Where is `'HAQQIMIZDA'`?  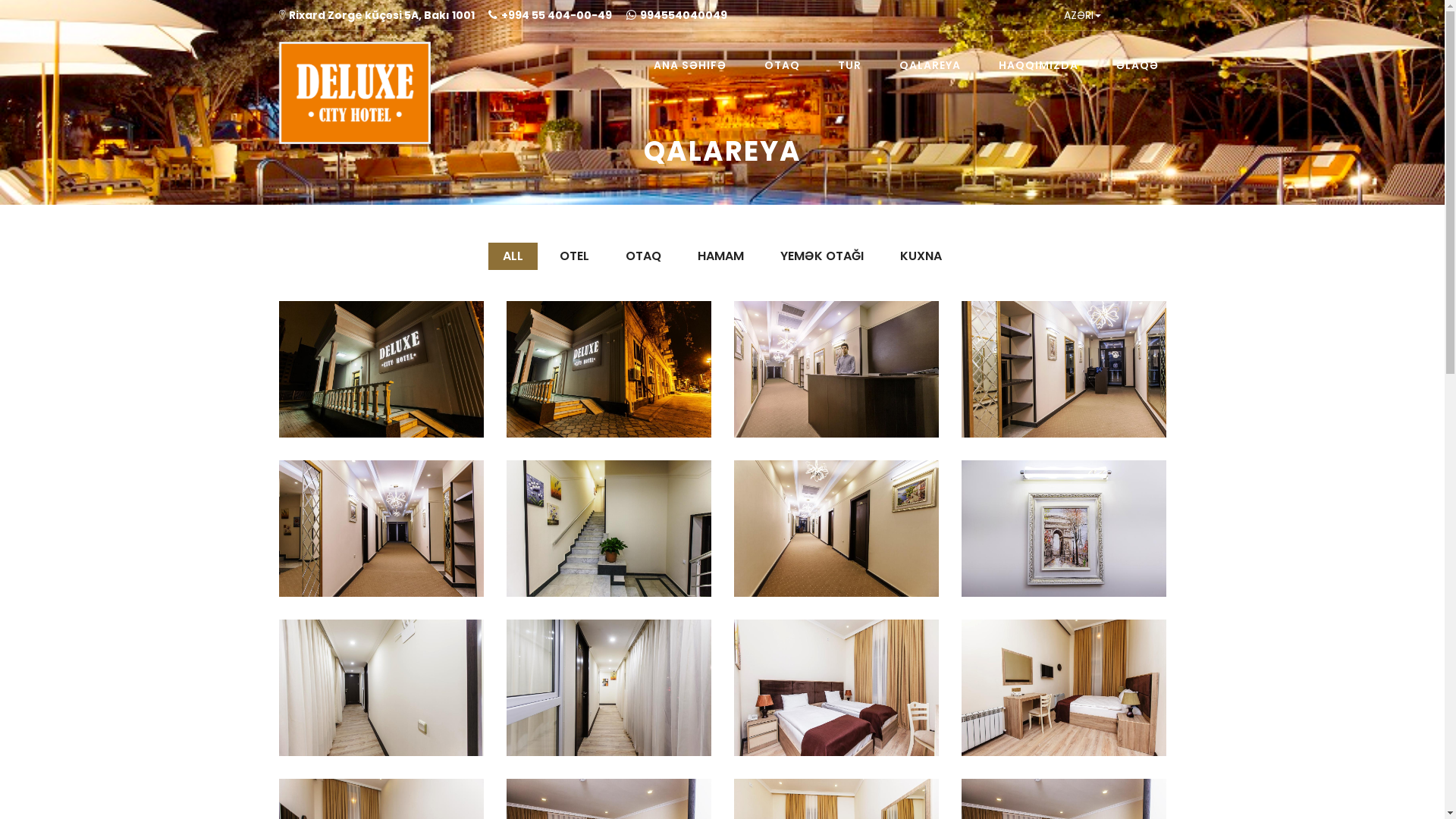 'HAQQIMIZDA' is located at coordinates (1037, 64).